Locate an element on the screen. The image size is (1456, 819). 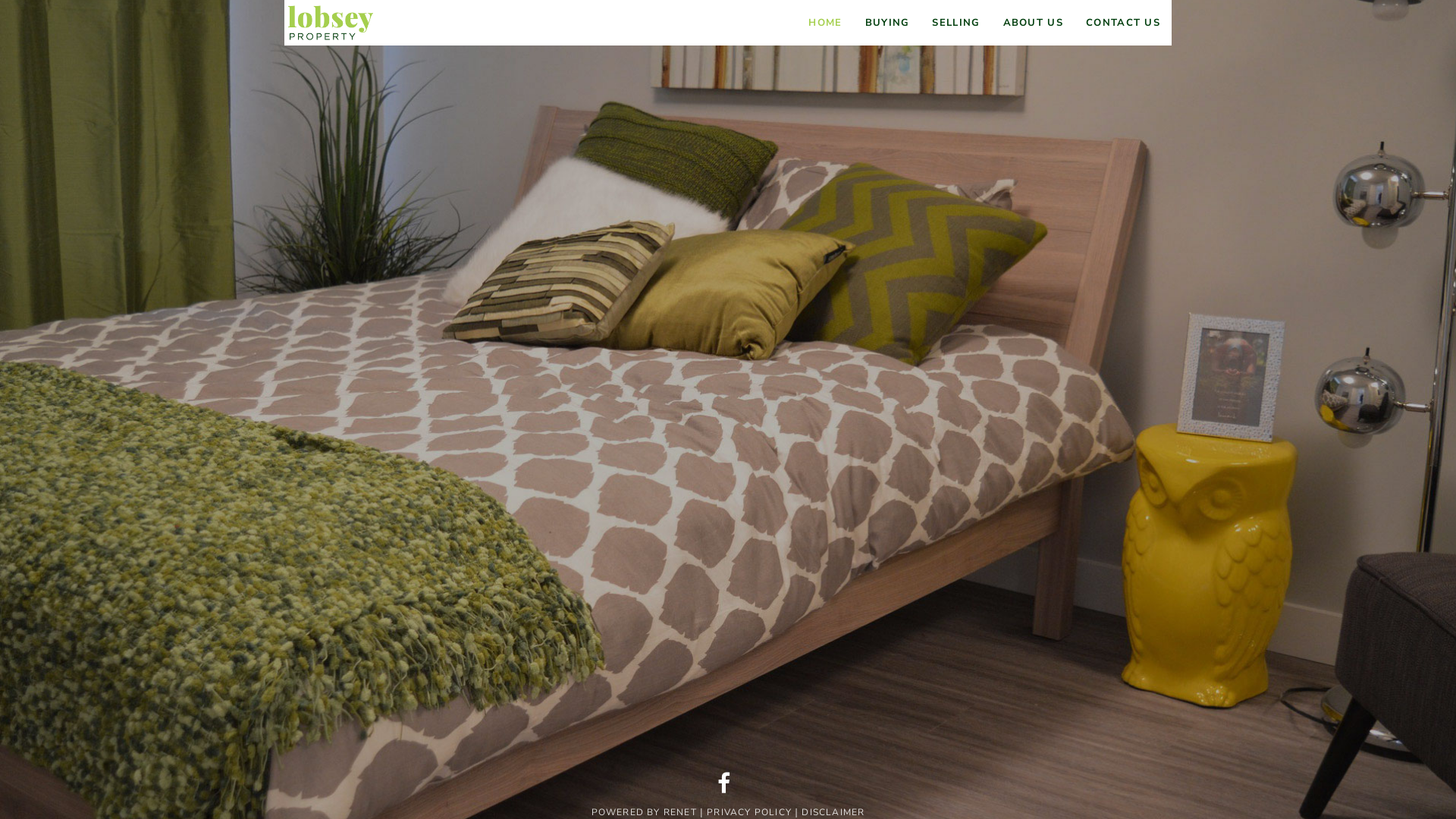
'BUYING' is located at coordinates (887, 23).